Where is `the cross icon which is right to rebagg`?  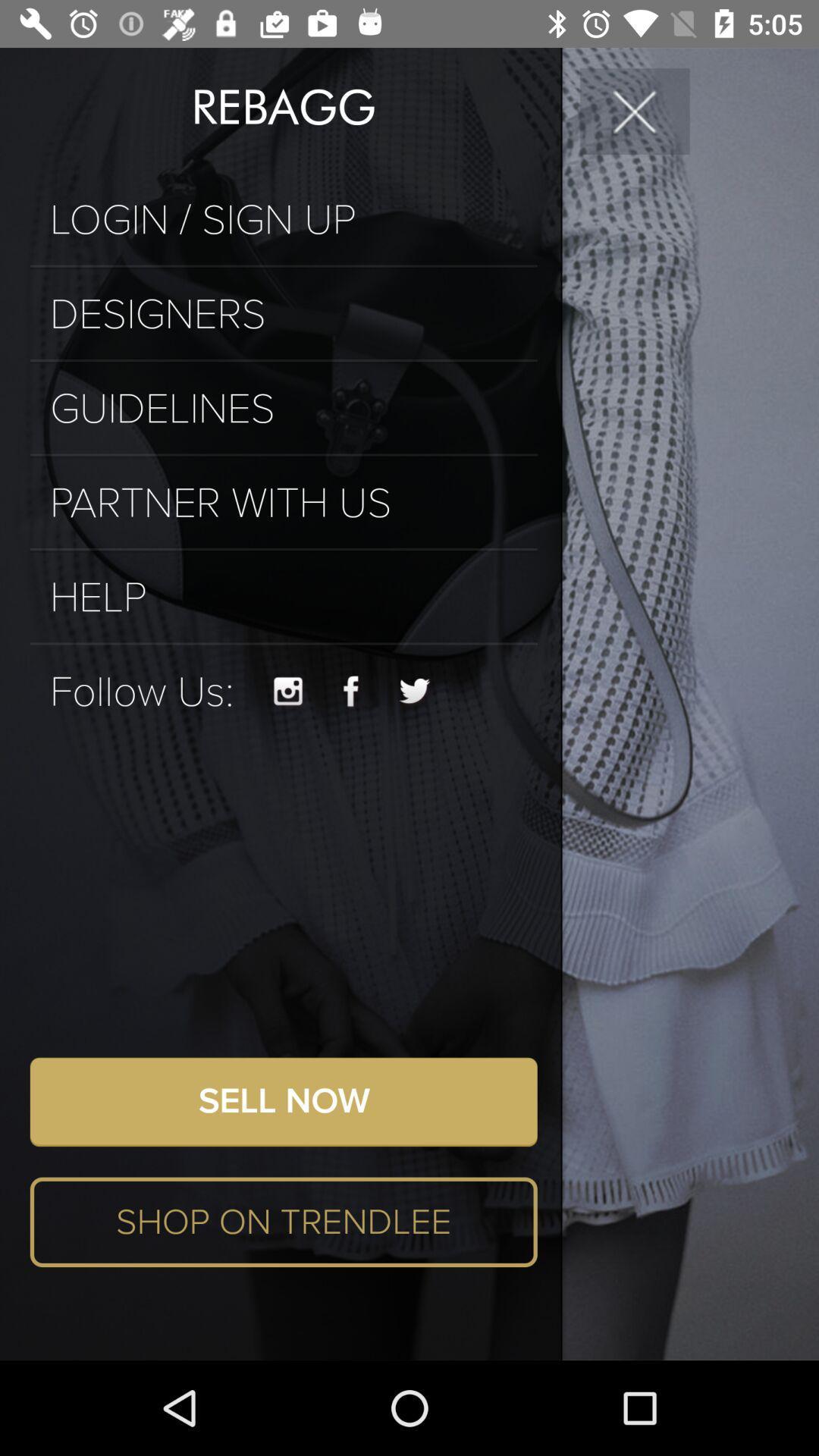
the cross icon which is right to rebagg is located at coordinates (635, 110).